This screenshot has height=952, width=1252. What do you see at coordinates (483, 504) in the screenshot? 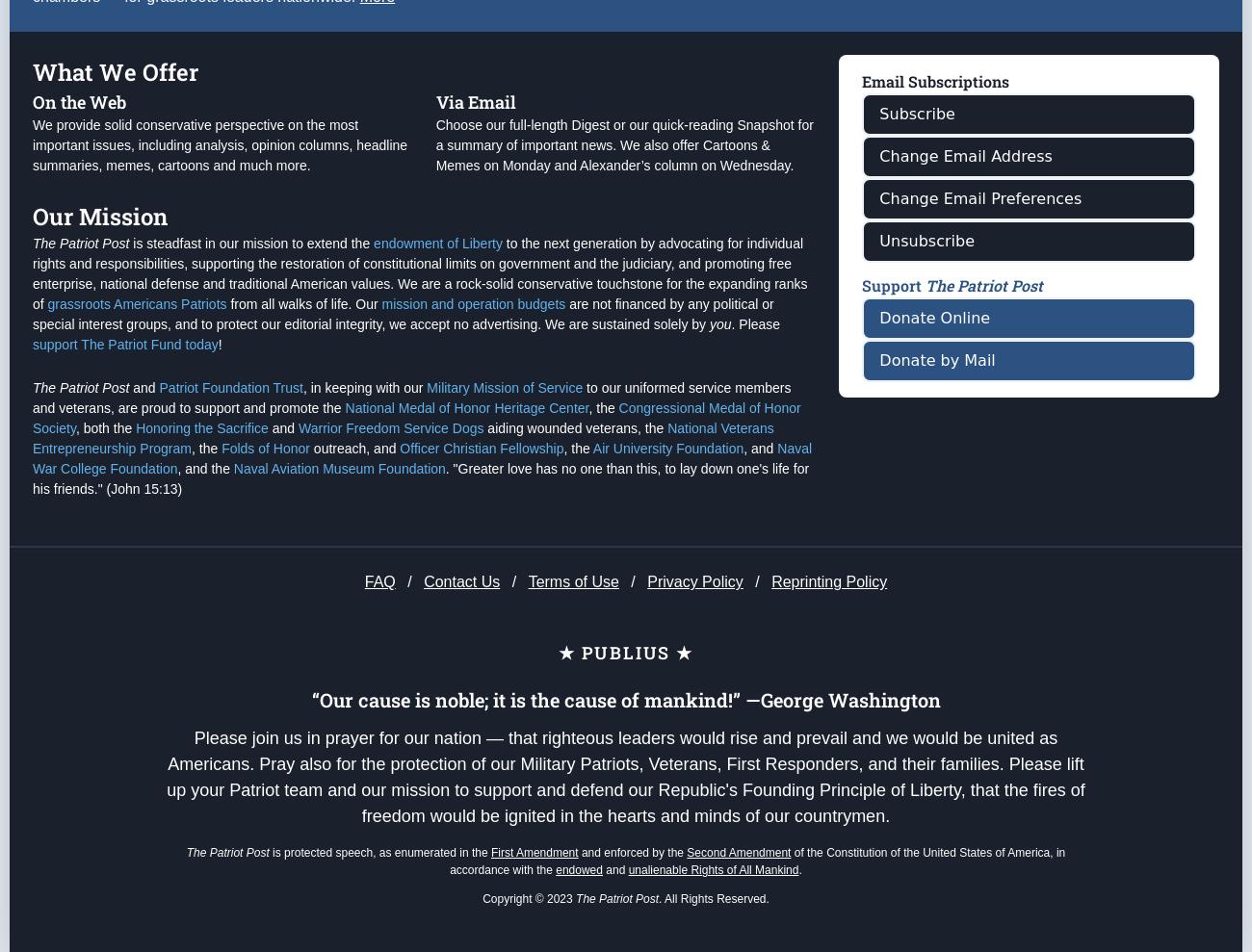
I see `'aiding wounded veterans, the'` at bounding box center [483, 504].